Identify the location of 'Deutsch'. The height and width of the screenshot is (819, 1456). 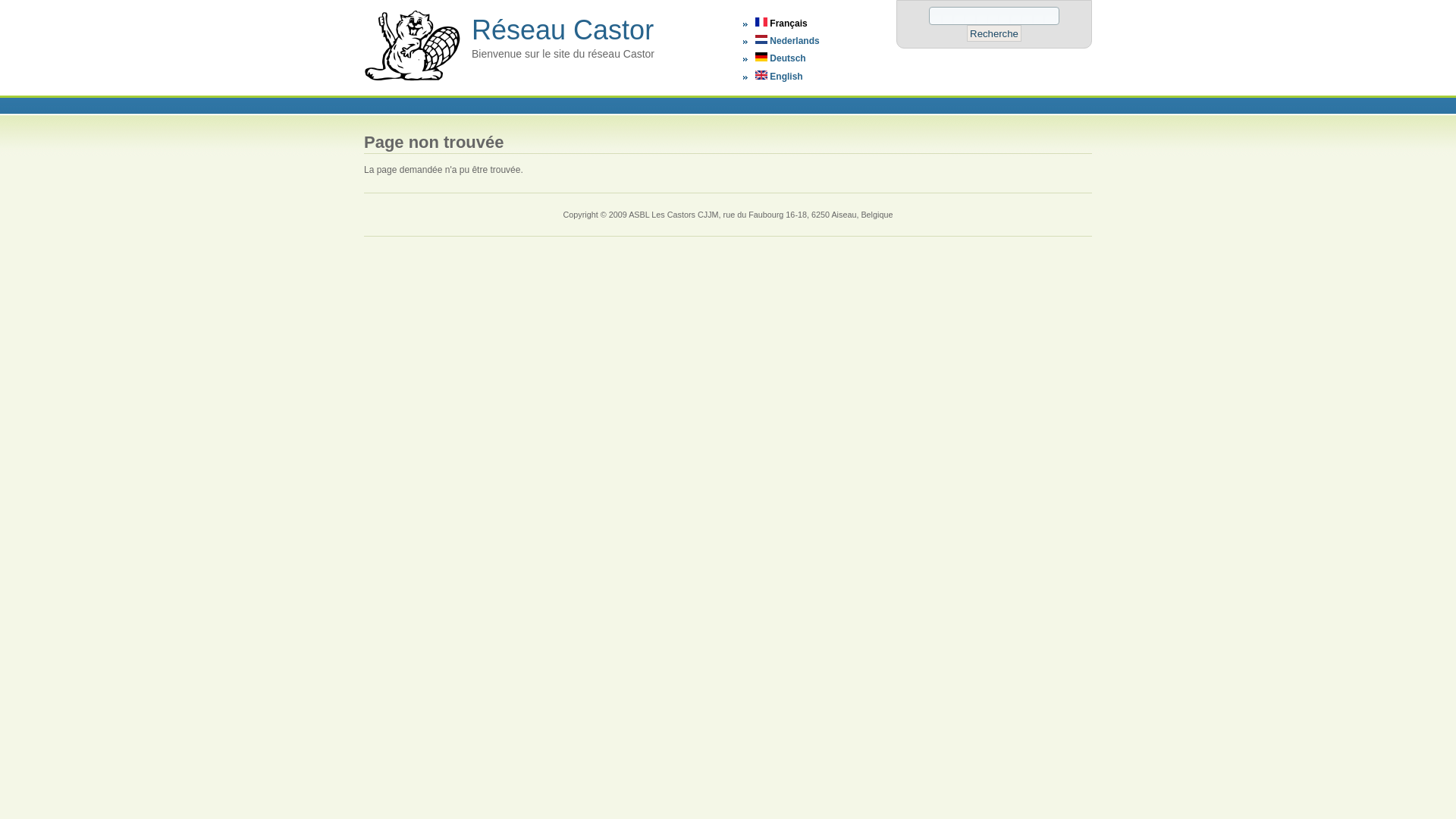
(780, 58).